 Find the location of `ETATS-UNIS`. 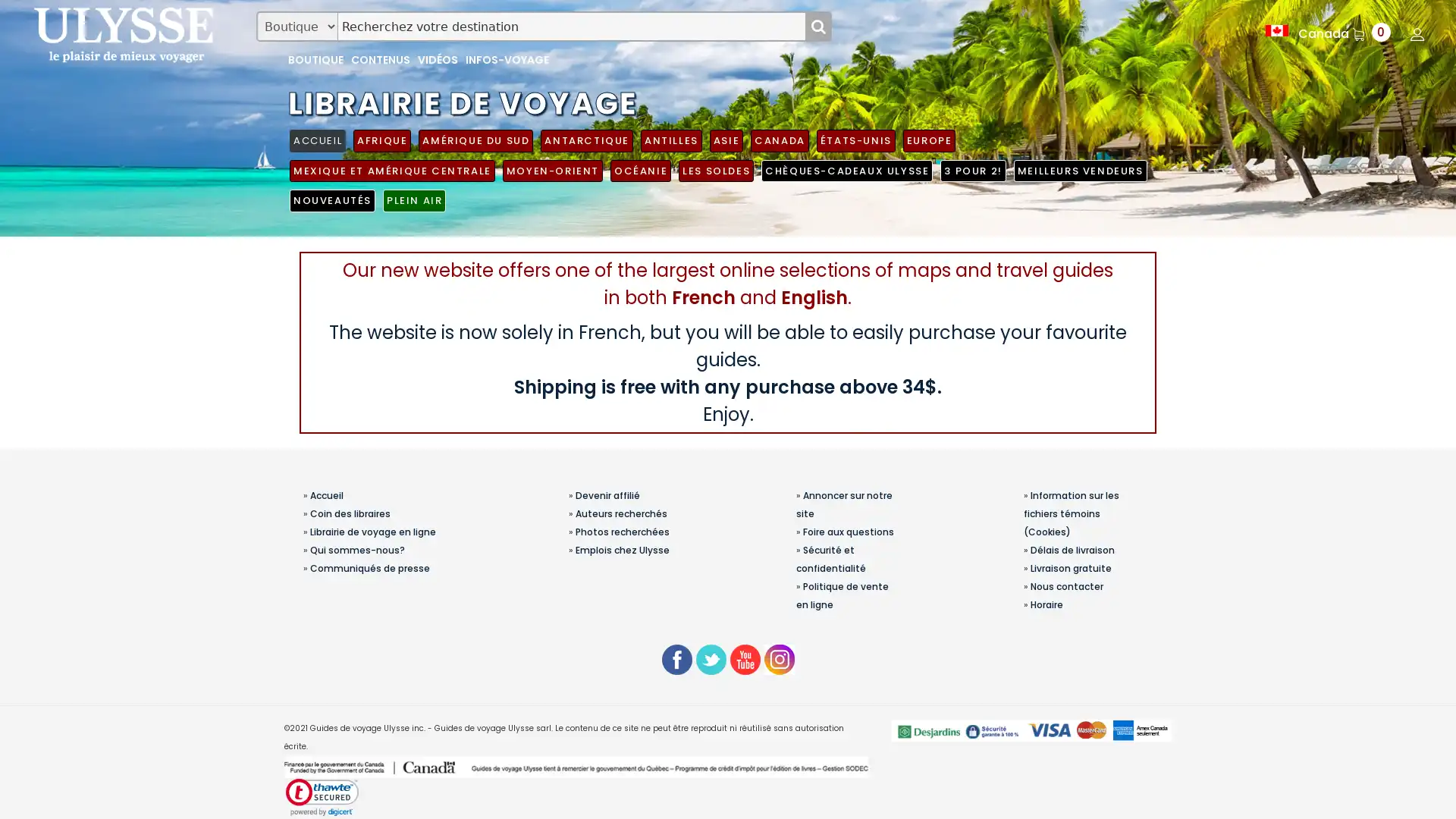

ETATS-UNIS is located at coordinates (855, 140).